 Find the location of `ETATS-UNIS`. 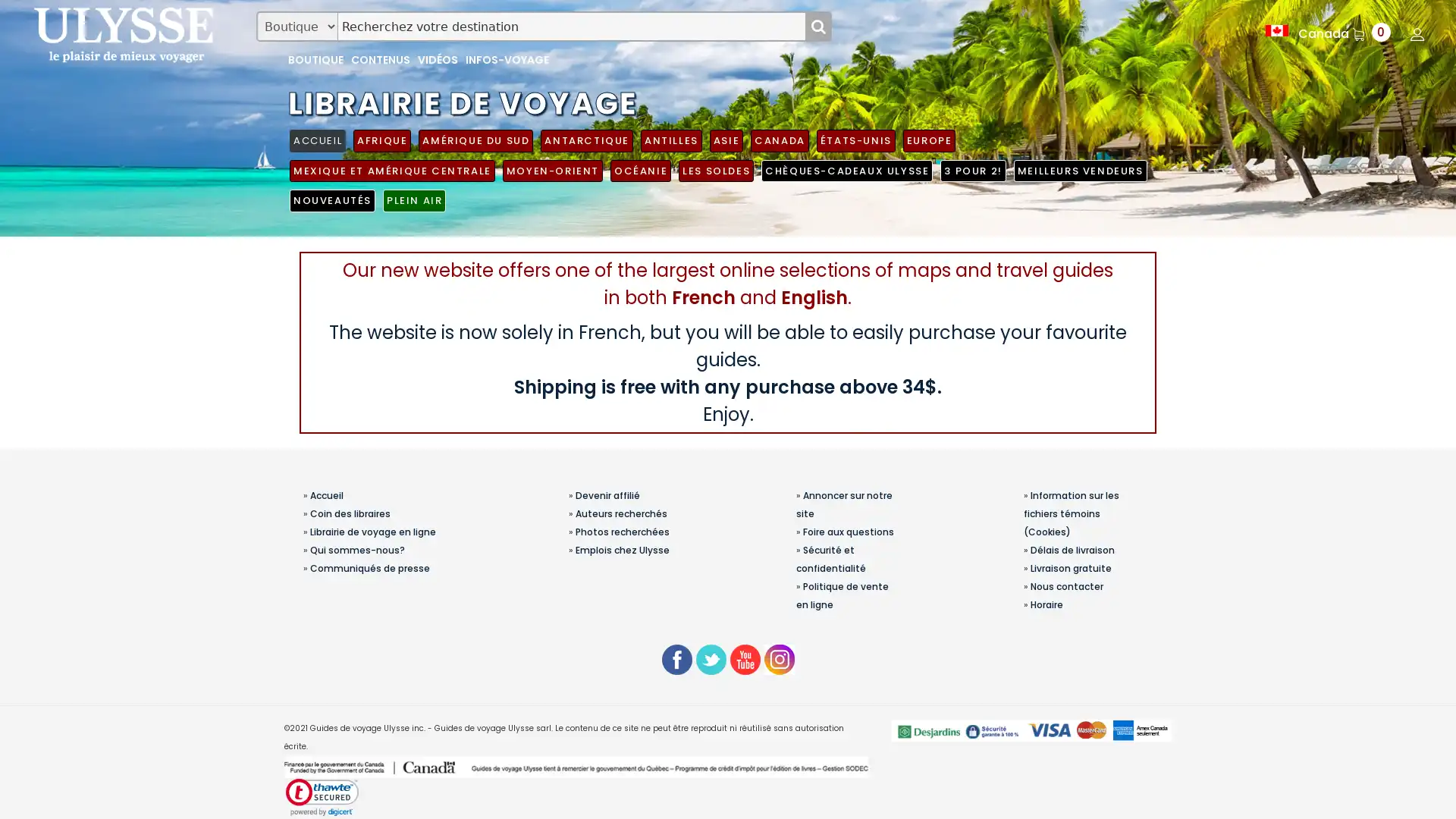

ETATS-UNIS is located at coordinates (855, 140).